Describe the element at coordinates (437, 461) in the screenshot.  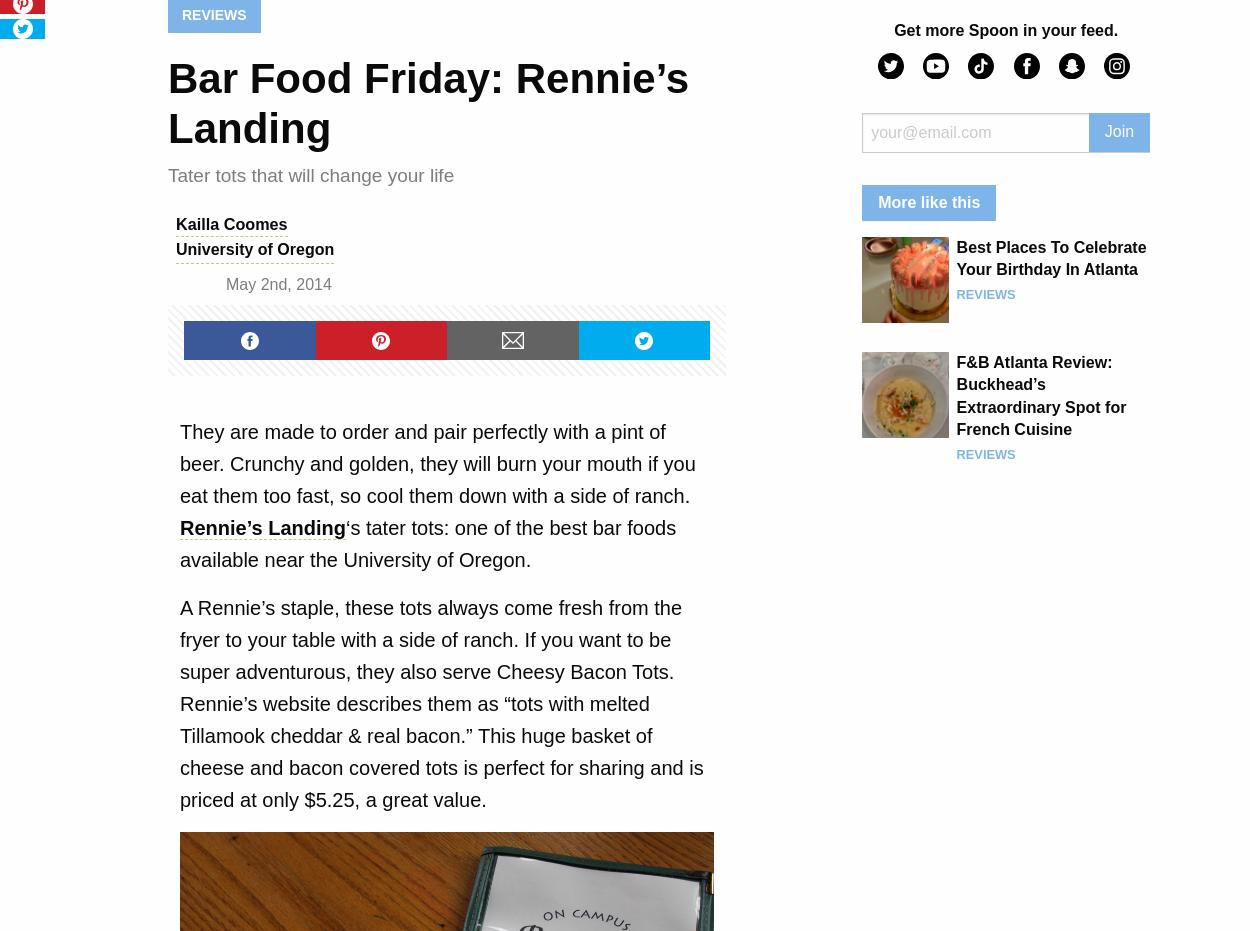
I see `'They are made to order and pair perfectly with a pint of beer. Crunchy and golden, they will burn your mouth if you eat them too fast, so cool them down with a side of ranch.'` at that location.